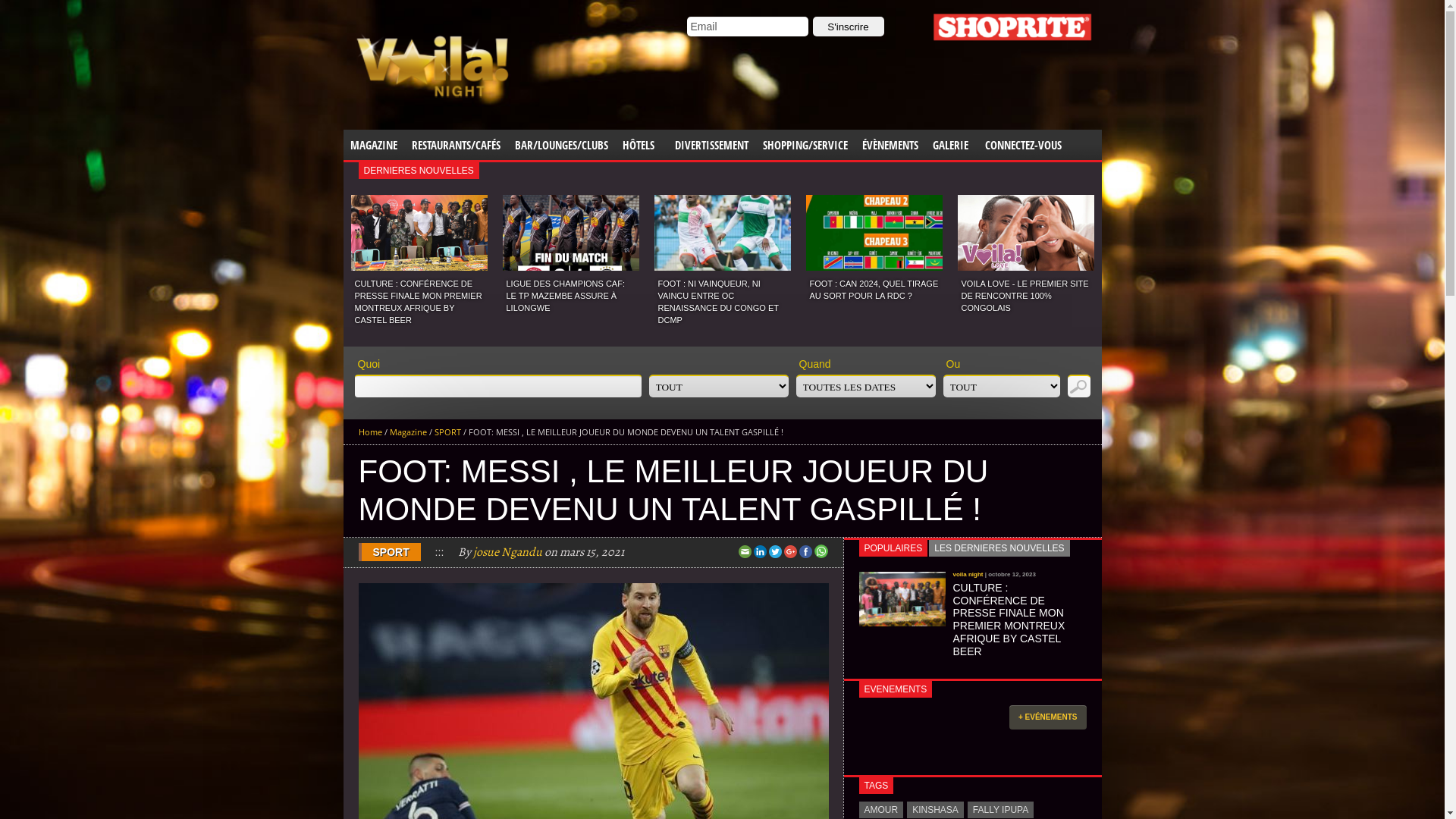  What do you see at coordinates (814, 551) in the screenshot?
I see `'Share this on WhatsApp'` at bounding box center [814, 551].